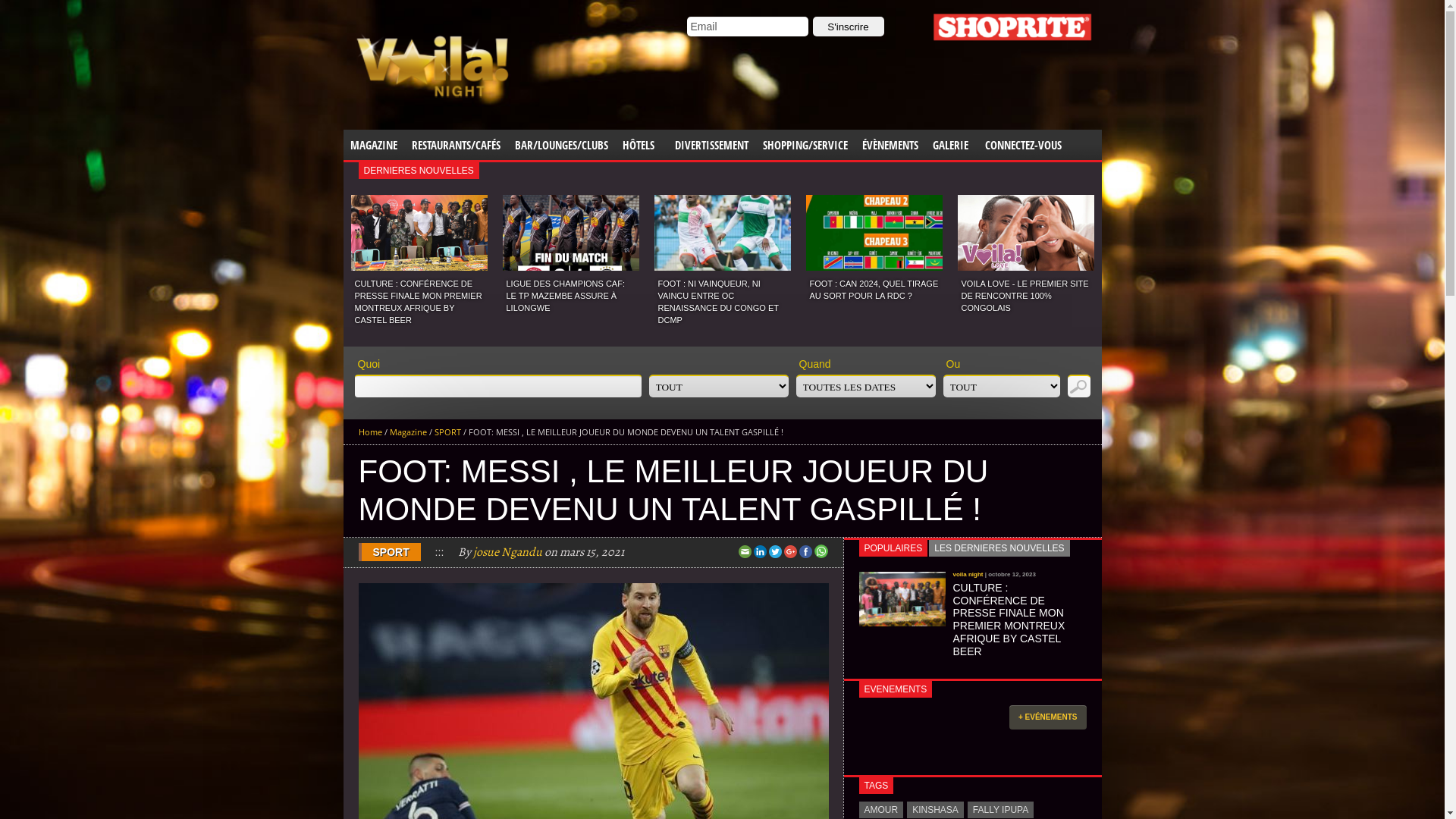  What do you see at coordinates (814, 551) in the screenshot?
I see `'Share this on WhatsApp'` at bounding box center [814, 551].